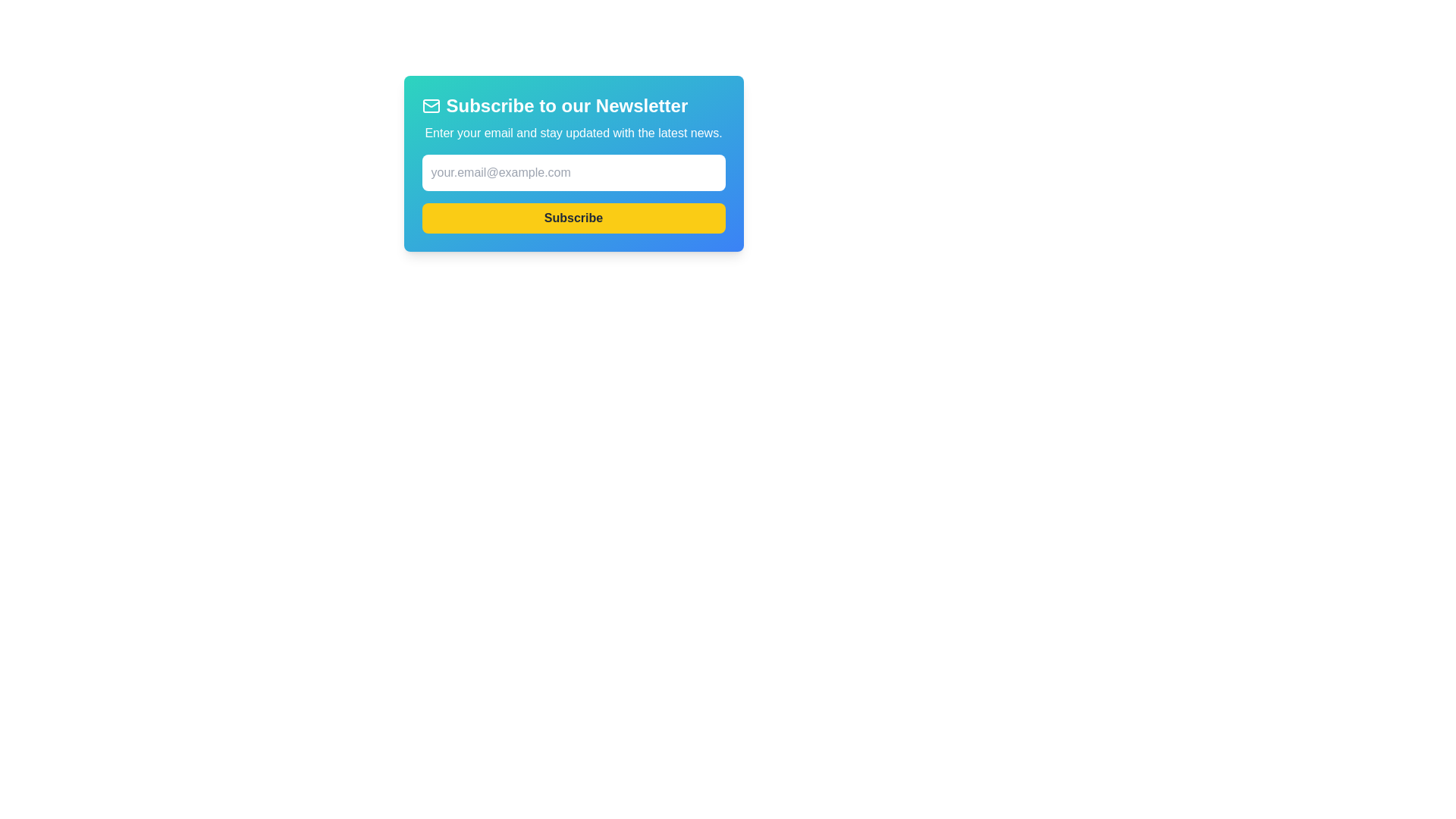 Image resolution: width=1456 pixels, height=819 pixels. I want to click on the informational text element that provides guidance about the email subscription feature, located between the title 'Subscribe to our Newsletter' and the input field, so click(573, 133).